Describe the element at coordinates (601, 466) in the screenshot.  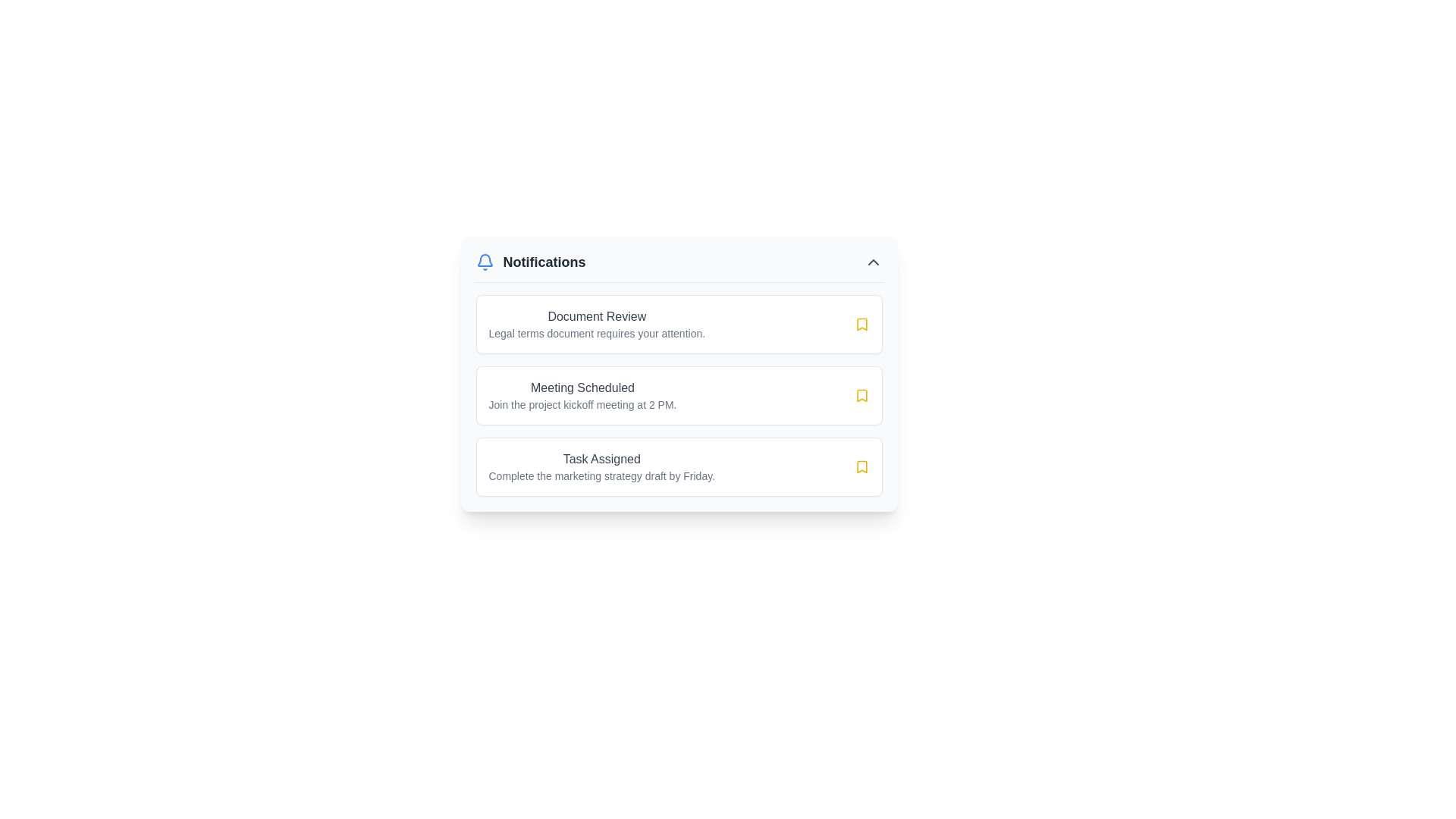
I see `the text block titled 'Task Assigned' that contains the description 'Complete the marketing strategy draft by Friday.' in the Notifications section` at that location.